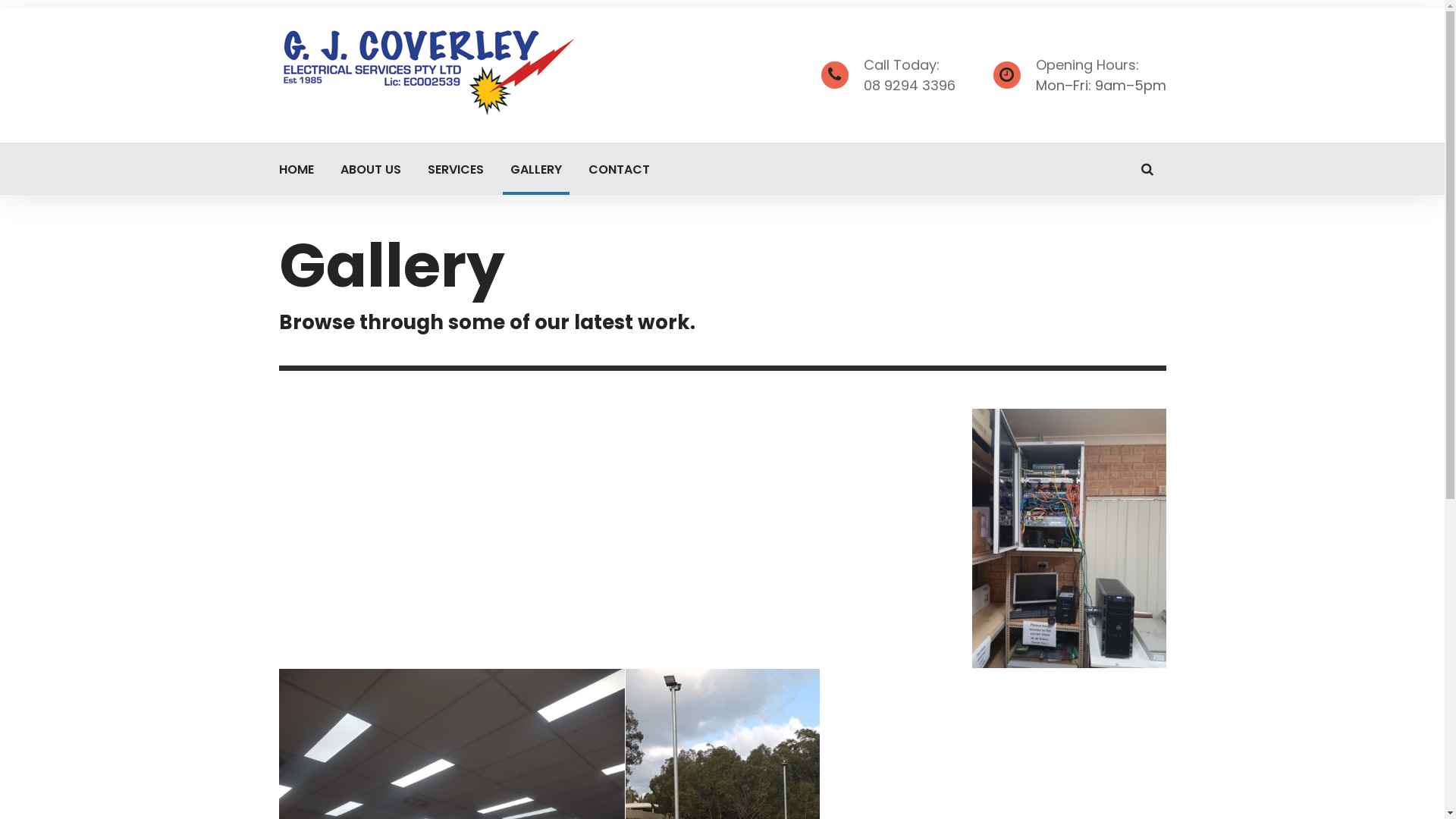 The image size is (1456, 819). What do you see at coordinates (296, 168) in the screenshot?
I see `'HOME'` at bounding box center [296, 168].